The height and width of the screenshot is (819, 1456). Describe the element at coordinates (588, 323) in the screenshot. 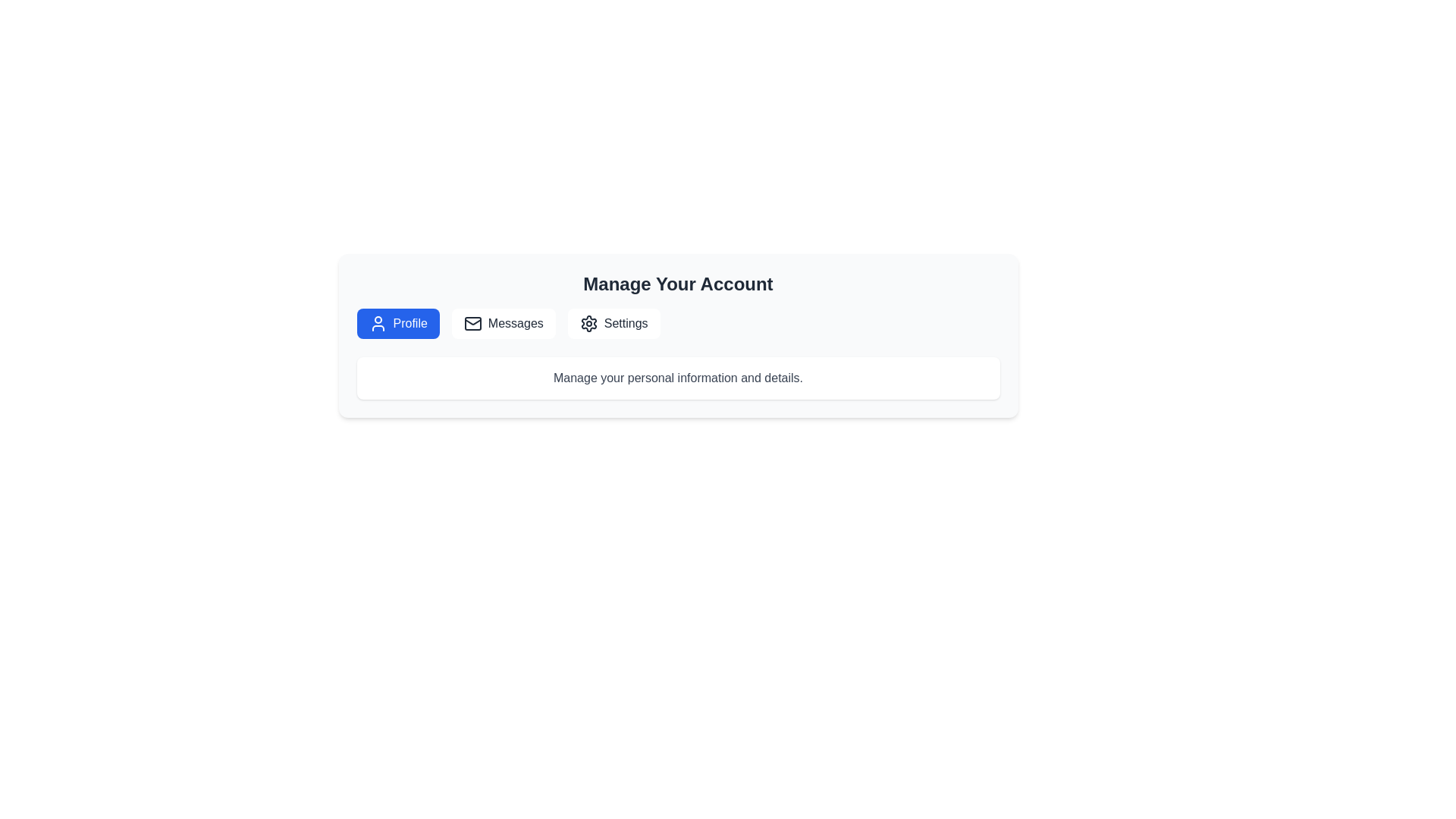

I see `the gear icon located in the 'Settings' tab section, which is the third button in the top navigation bar of the 'Manage Your Account' interface` at that location.